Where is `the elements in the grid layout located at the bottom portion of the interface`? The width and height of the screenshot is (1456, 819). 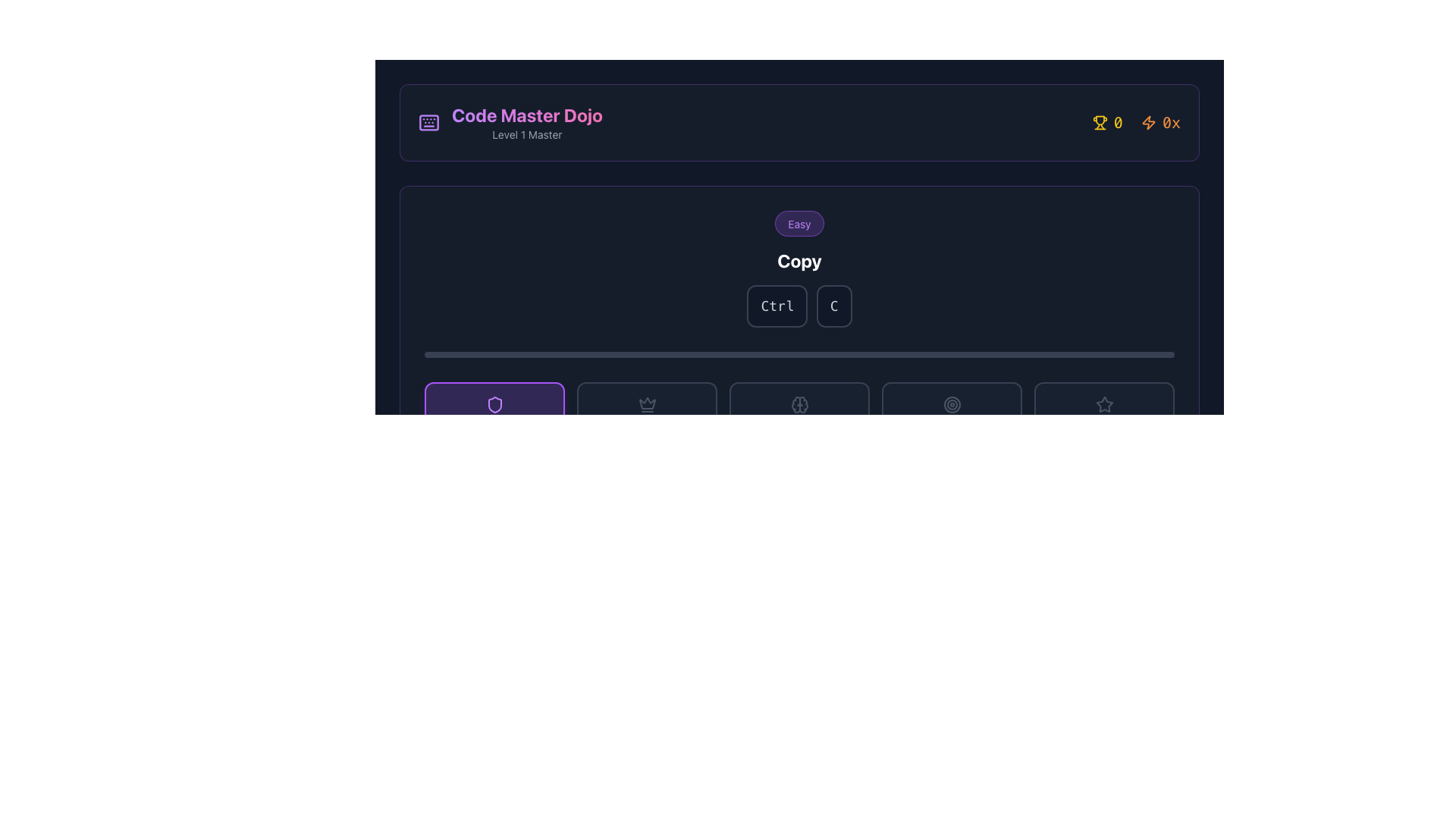 the elements in the grid layout located at the bottom portion of the interface is located at coordinates (799, 403).